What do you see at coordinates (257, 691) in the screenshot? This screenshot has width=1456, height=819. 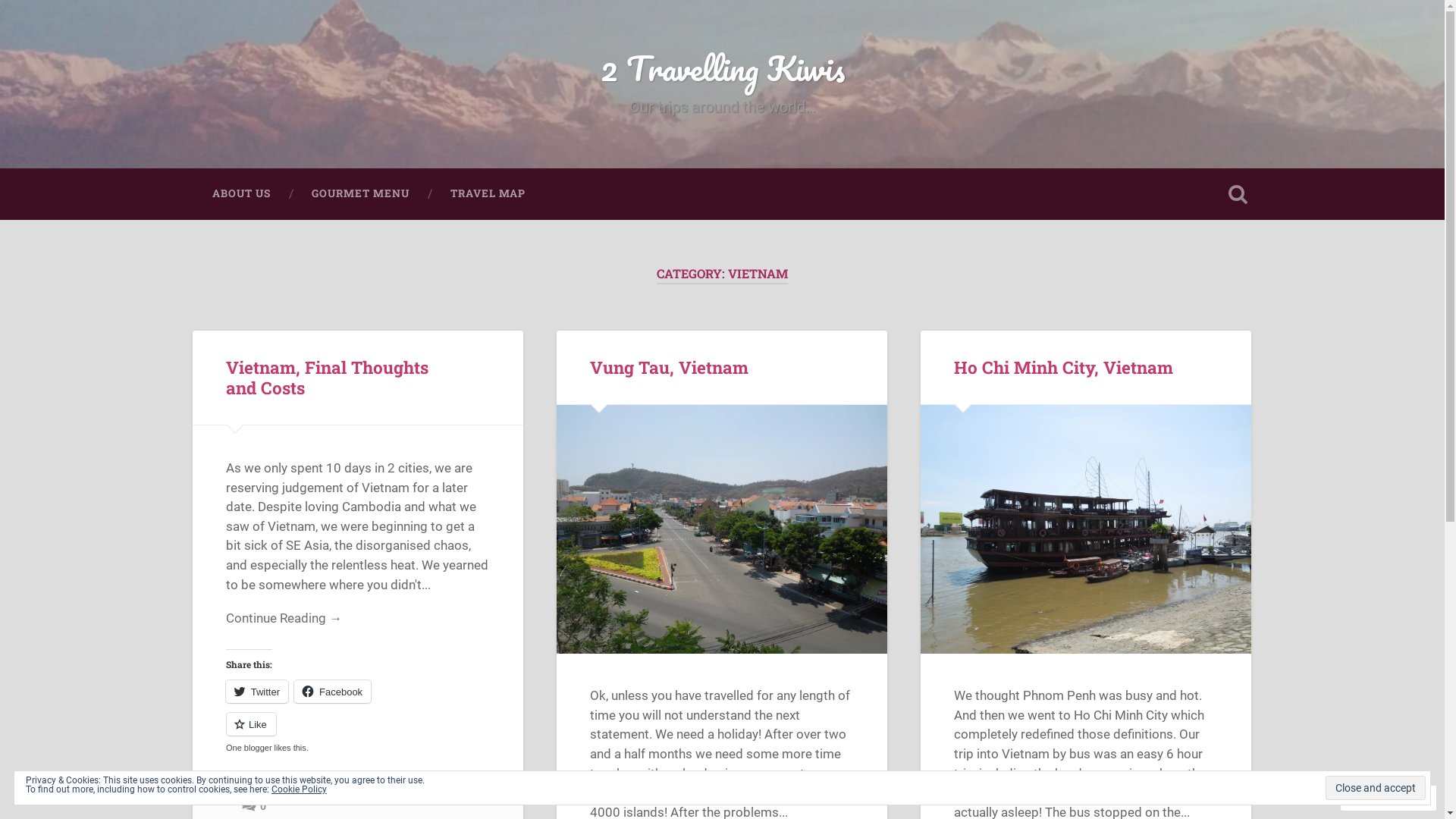 I see `'Twitter'` at bounding box center [257, 691].